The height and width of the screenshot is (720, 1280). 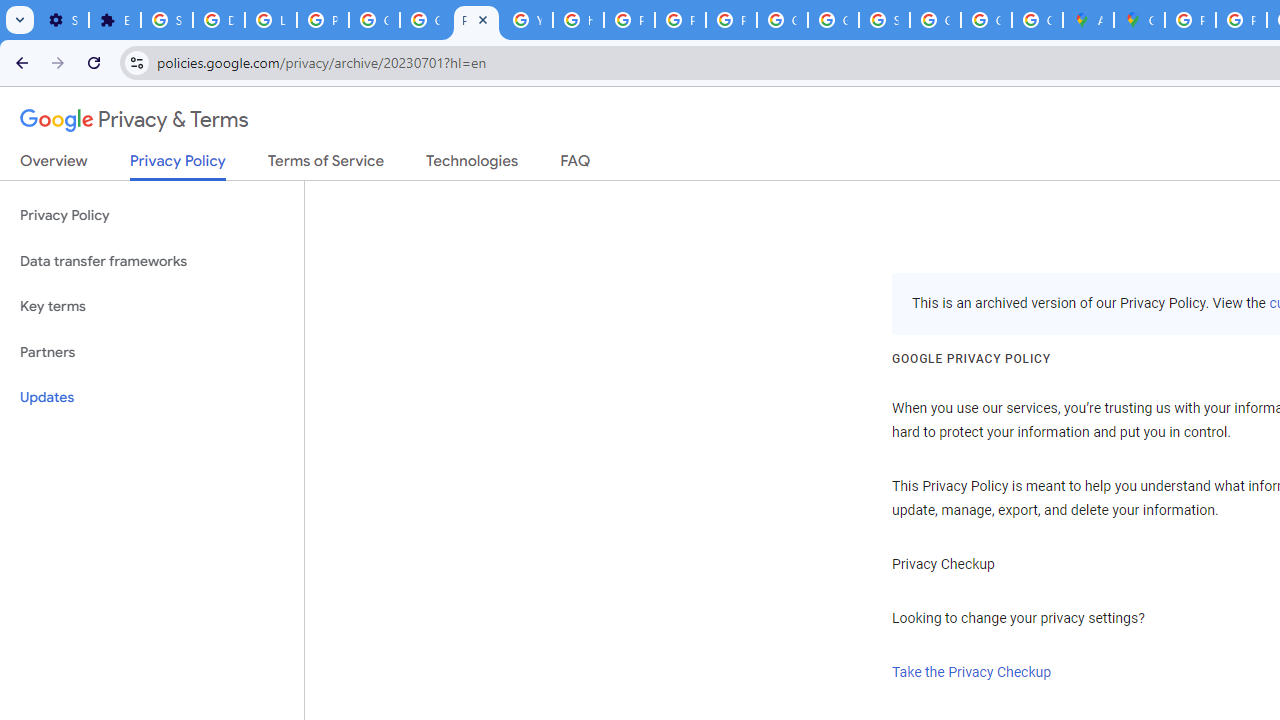 I want to click on 'Settings - On startup', so click(x=63, y=20).